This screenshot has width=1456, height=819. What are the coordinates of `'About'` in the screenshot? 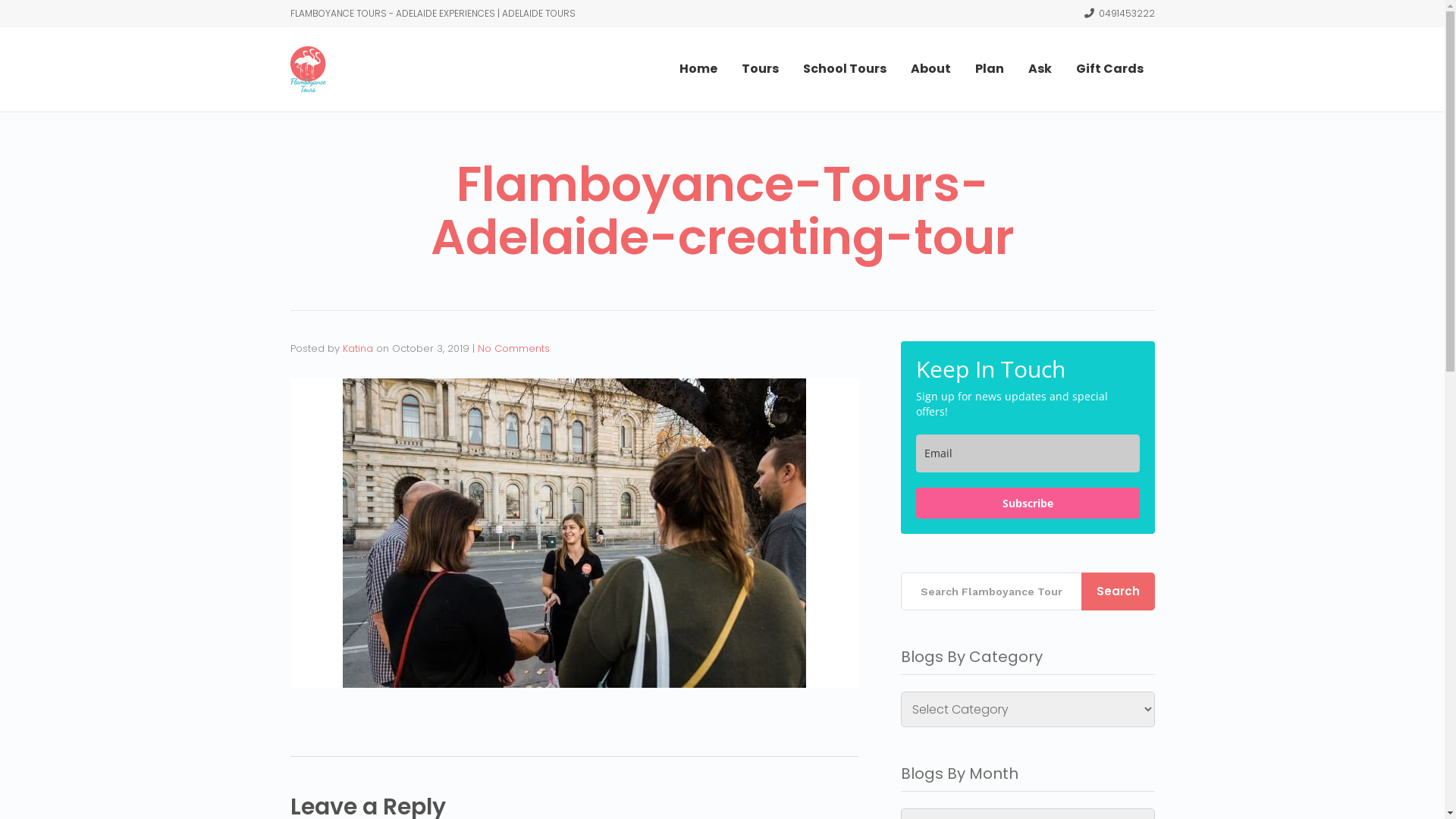 It's located at (929, 69).